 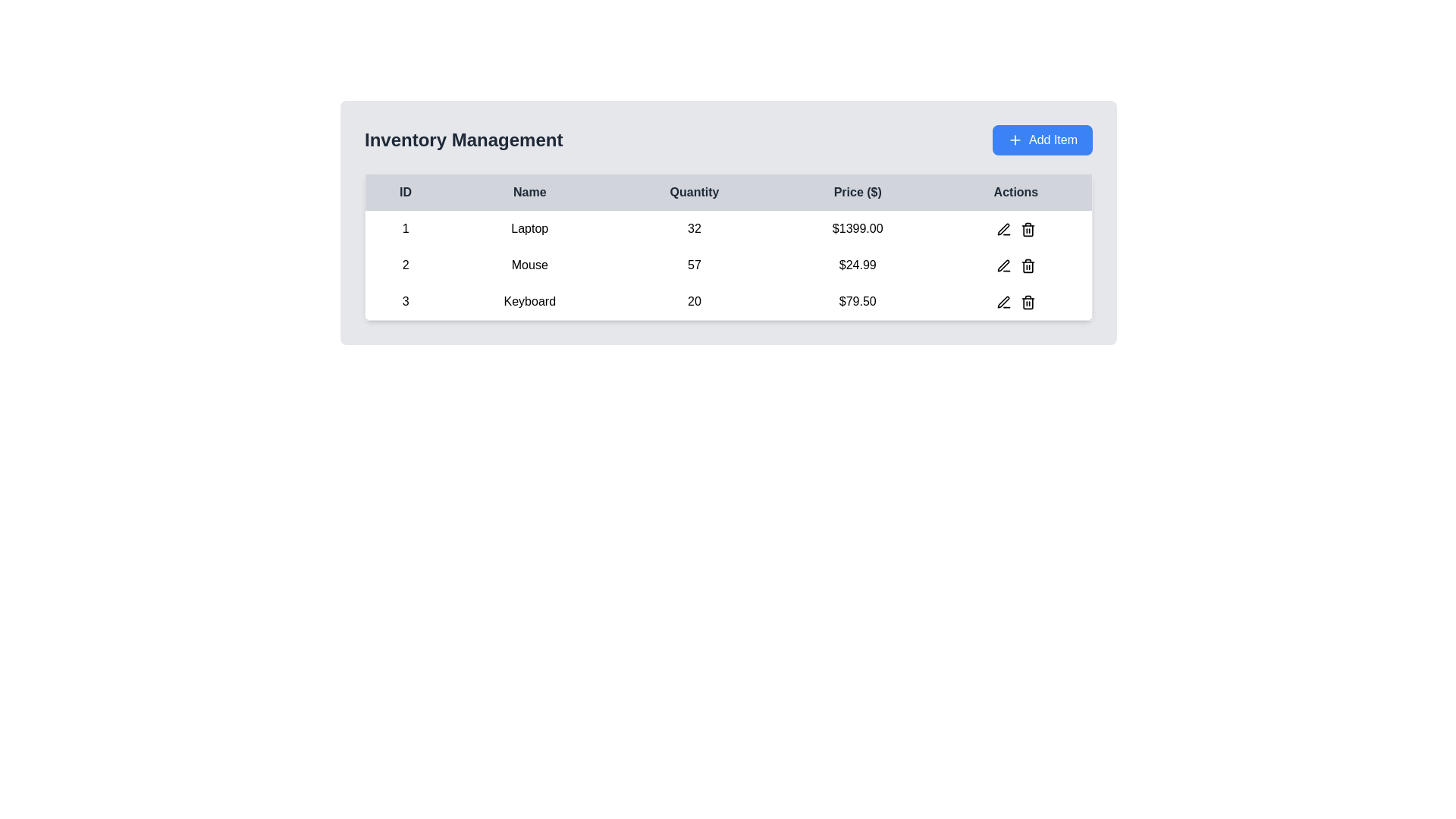 I want to click on the edit icon resembling a pen or pencil located in the first row of the 'Actions' column for the item 'Laptop', so click(x=1003, y=228).